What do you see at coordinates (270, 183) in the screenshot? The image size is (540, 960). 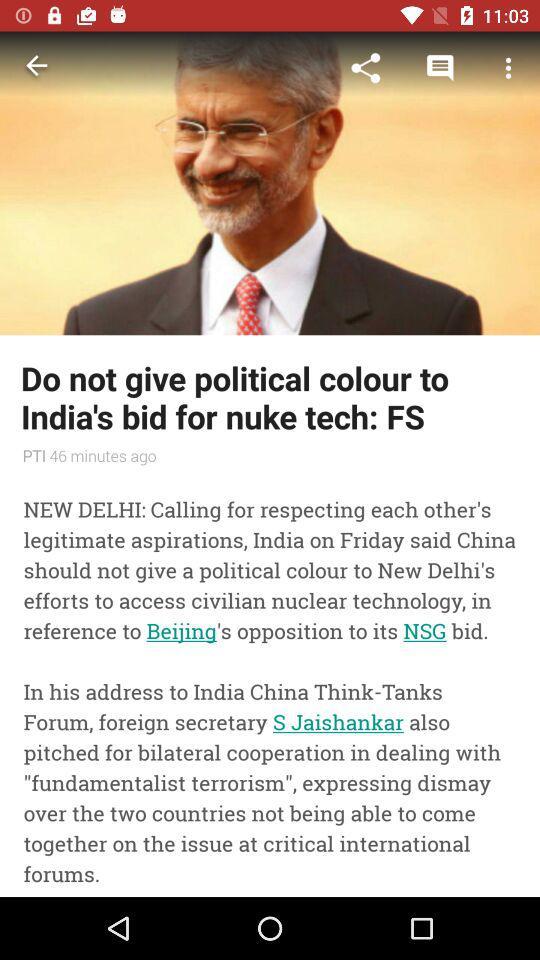 I see `the item above do not give icon` at bounding box center [270, 183].